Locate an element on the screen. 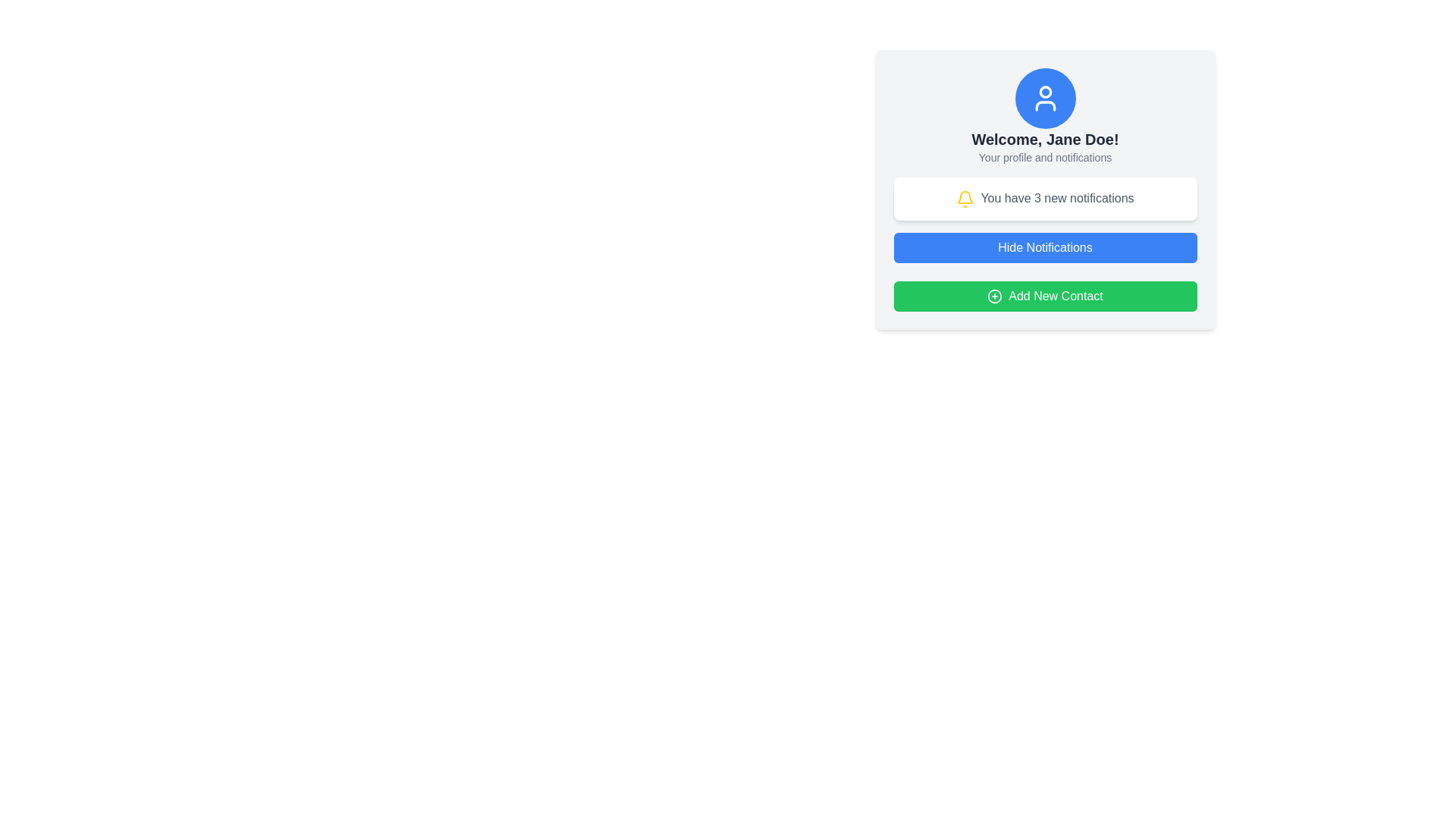 This screenshot has height=819, width=1456. the user icon located at the center of a blue circular button at the top of the panel for navigation is located at coordinates (1044, 99).